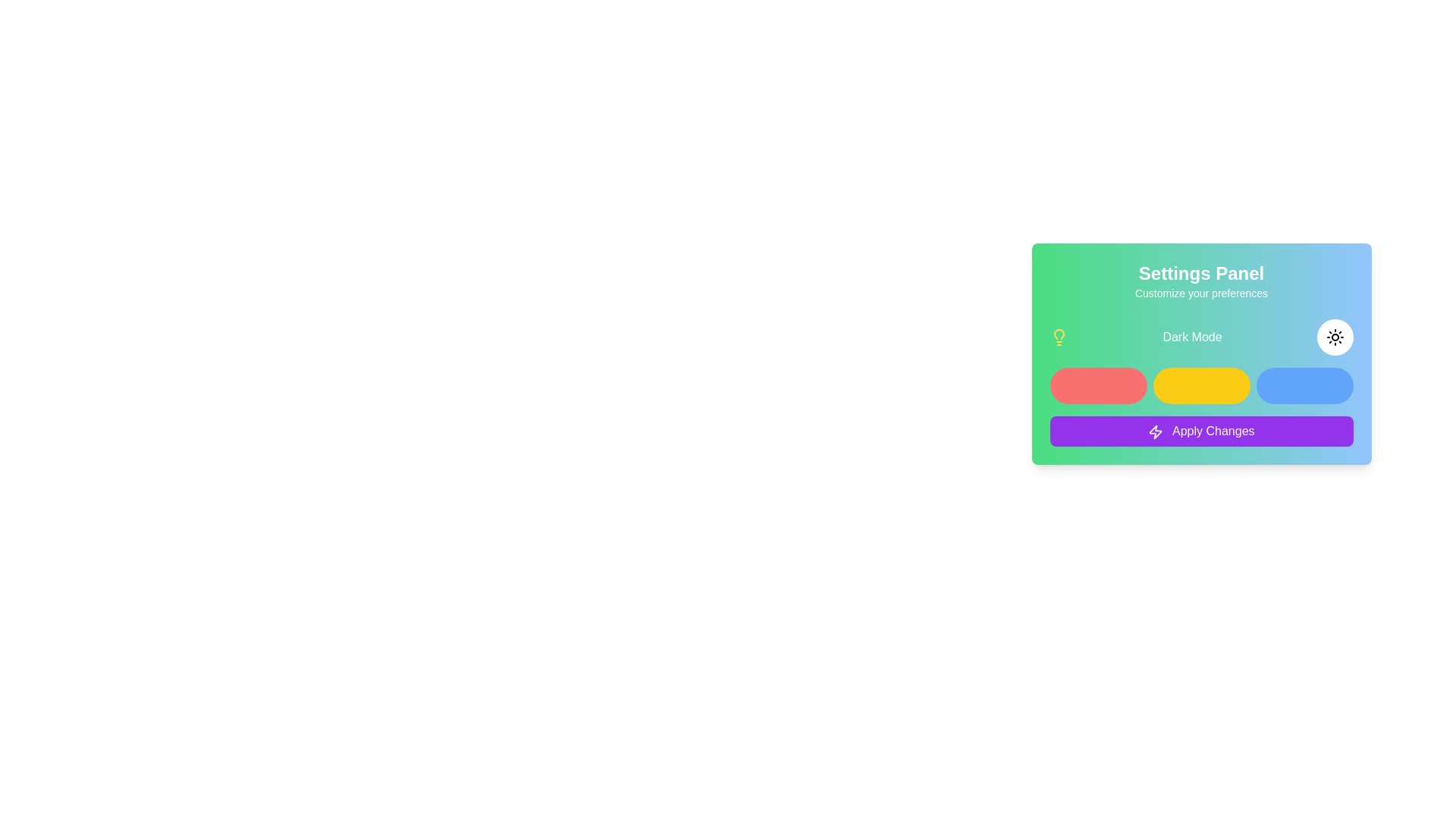 Image resolution: width=1456 pixels, height=819 pixels. Describe the element at coordinates (1200, 281) in the screenshot. I see `text displayed in the 'Settings Panel' which includes the title 'Settings Panel' and the subtitle 'Customize your preferences'` at that location.